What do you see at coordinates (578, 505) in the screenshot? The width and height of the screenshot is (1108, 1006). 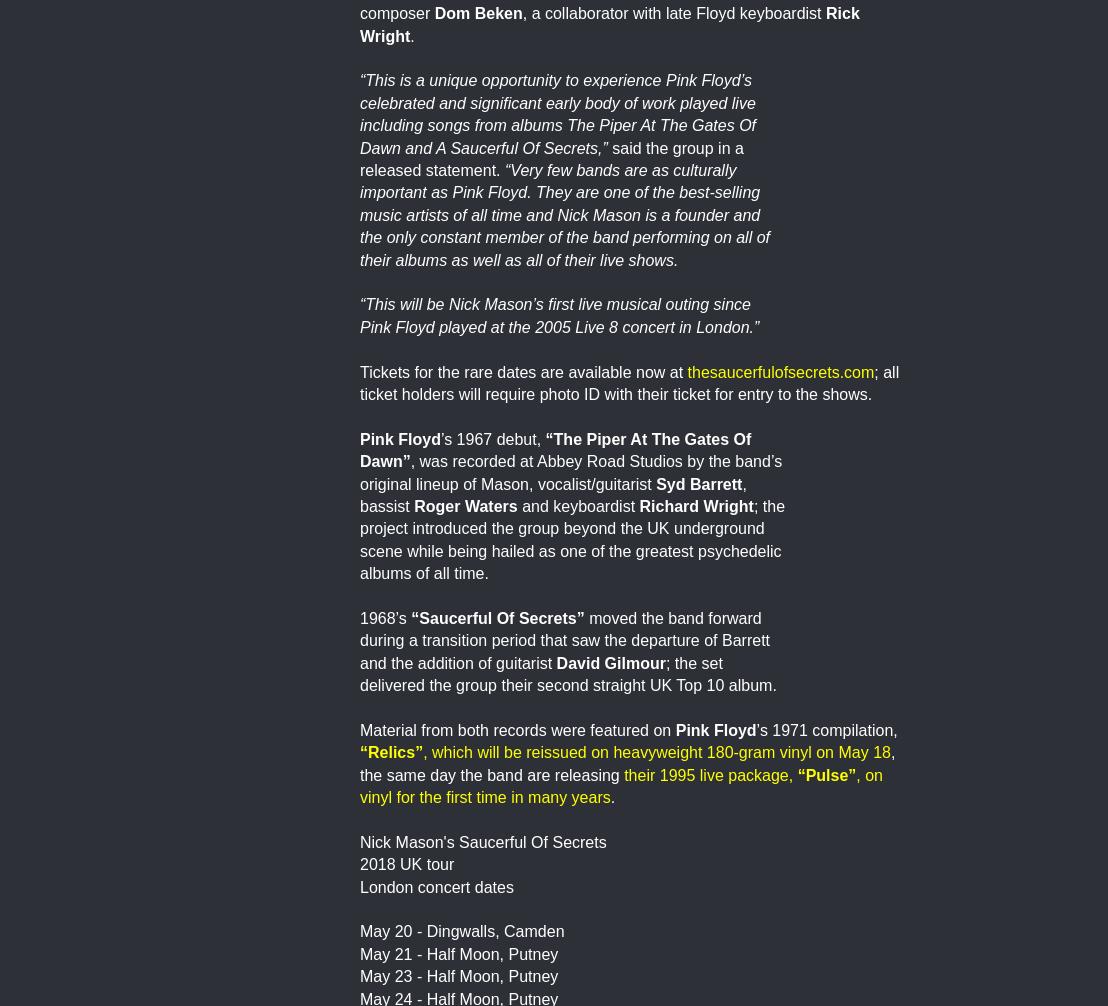 I see `'and keyboardist'` at bounding box center [578, 505].